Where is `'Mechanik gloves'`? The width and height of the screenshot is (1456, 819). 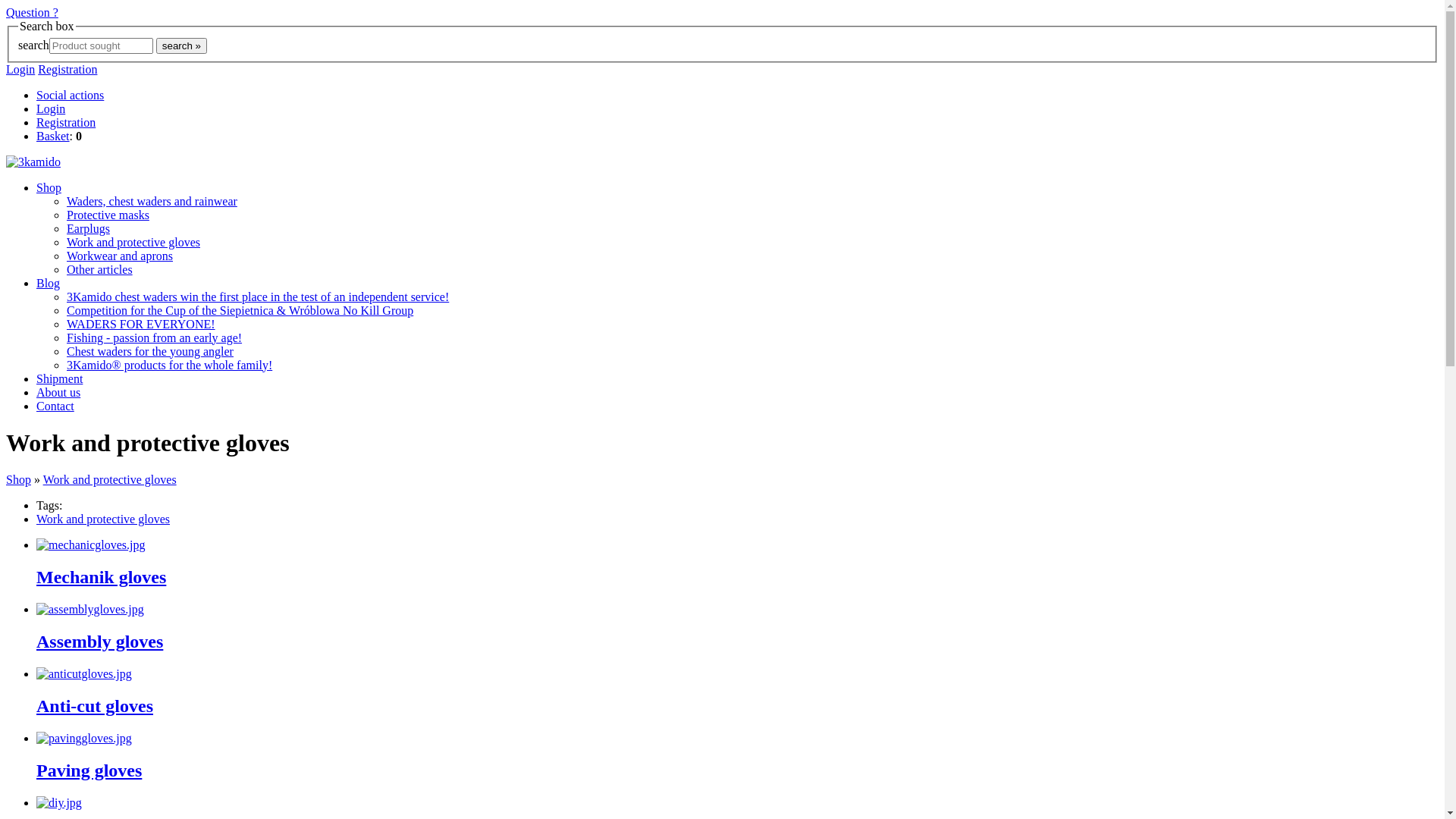
'Mechanik gloves' is located at coordinates (100, 576).